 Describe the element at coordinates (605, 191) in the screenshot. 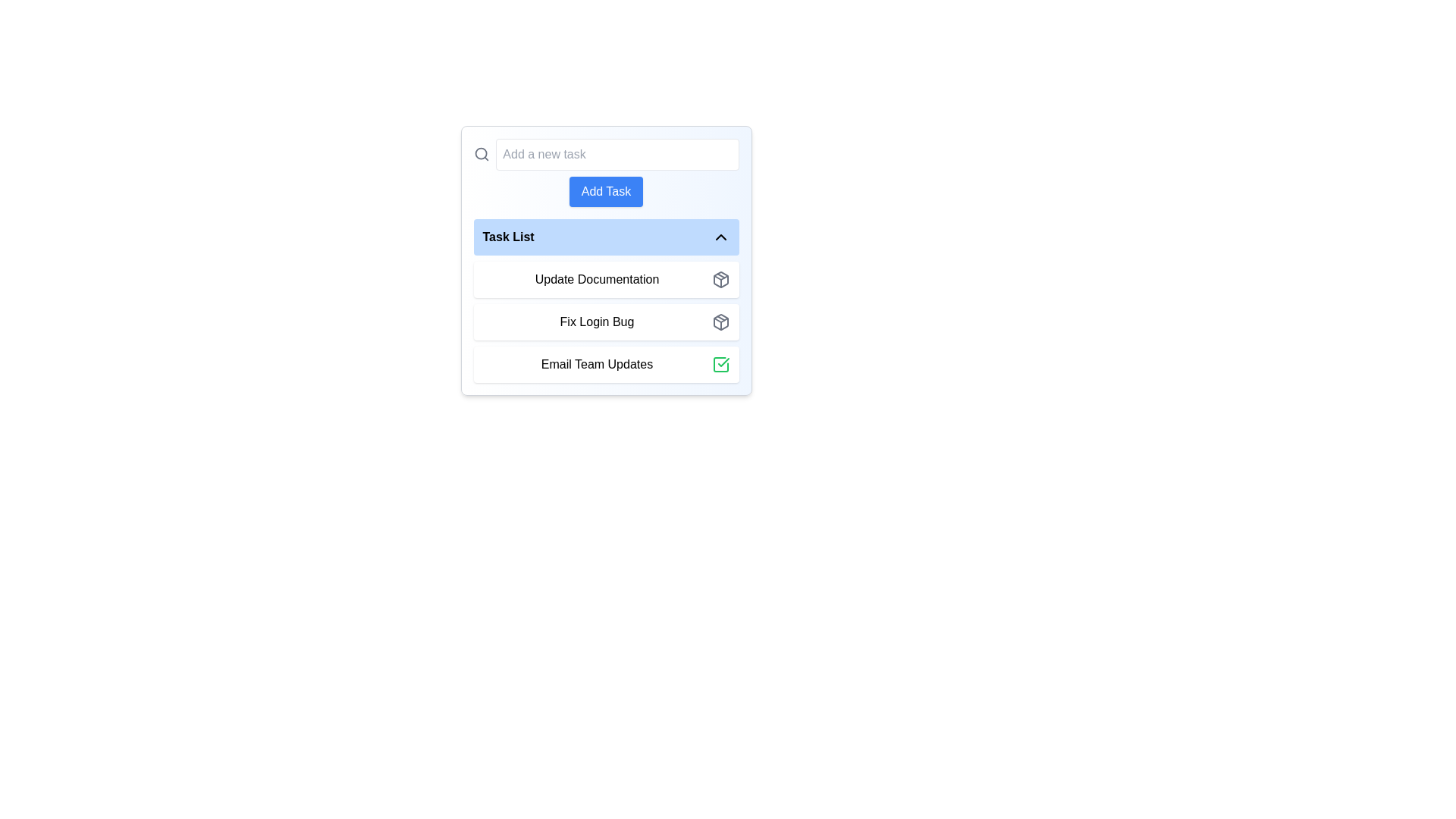

I see `the 'Add Task' button, which is a rectangular button with a blue background and white text, located below the 'Add a new task' input field` at that location.